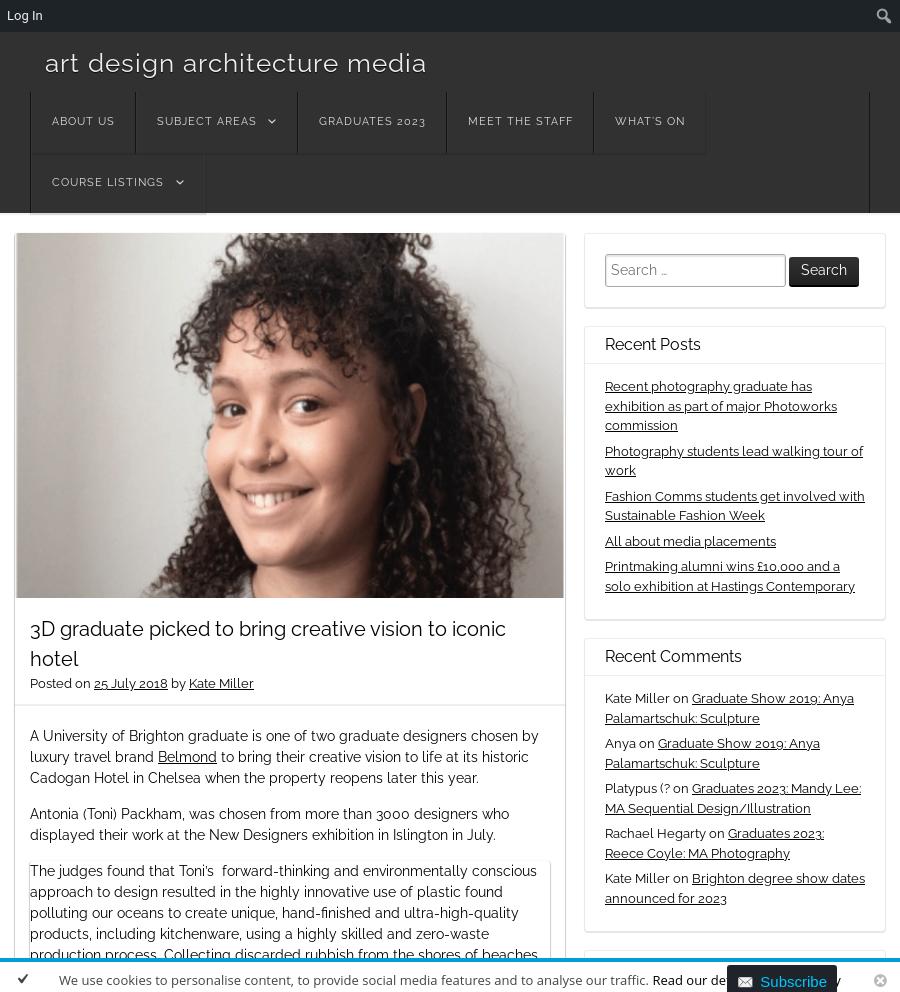  I want to click on 'Menu', so click(89, 127).